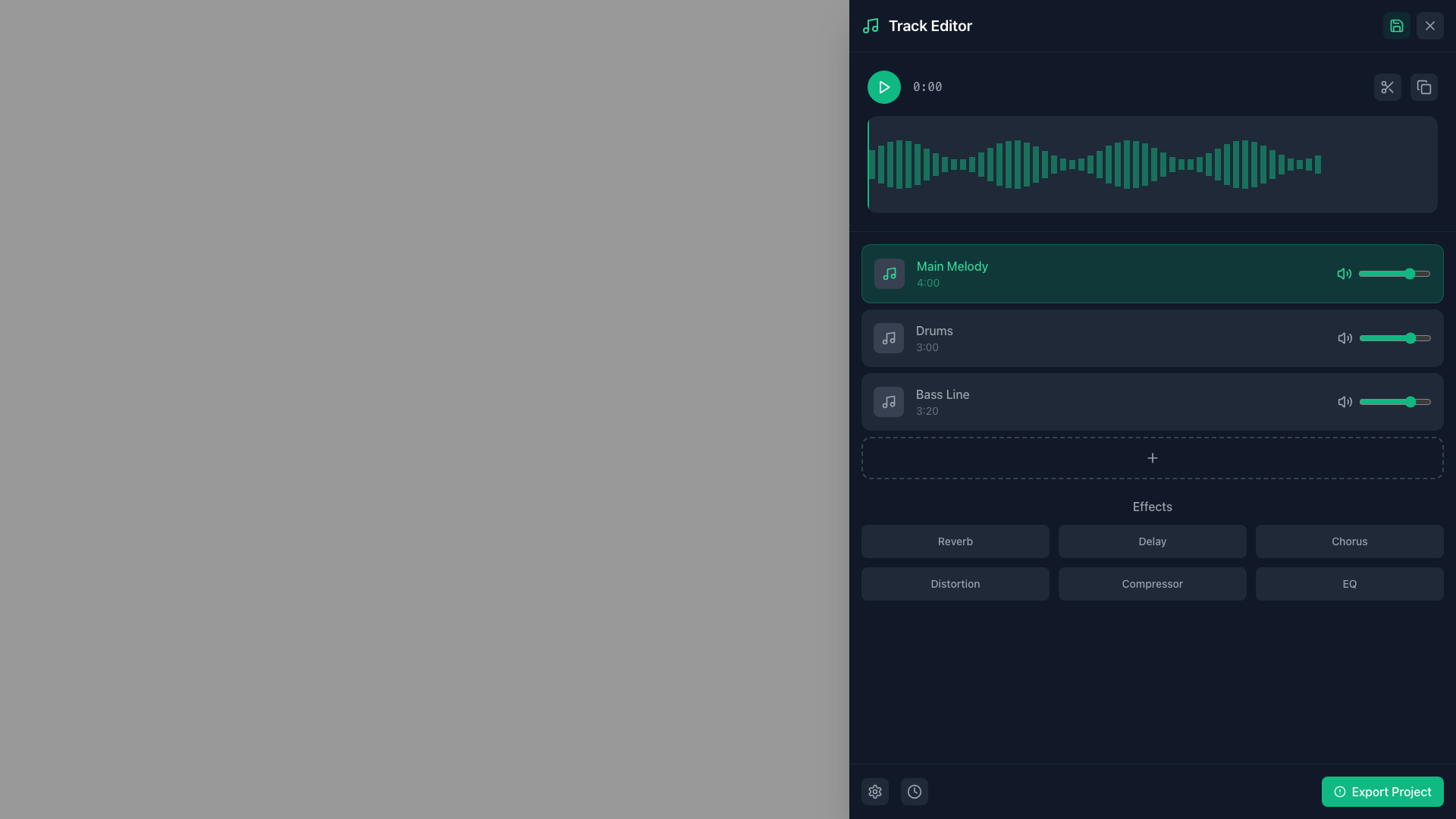 The image size is (1456, 819). What do you see at coordinates (1392, 400) in the screenshot?
I see `the slider value` at bounding box center [1392, 400].